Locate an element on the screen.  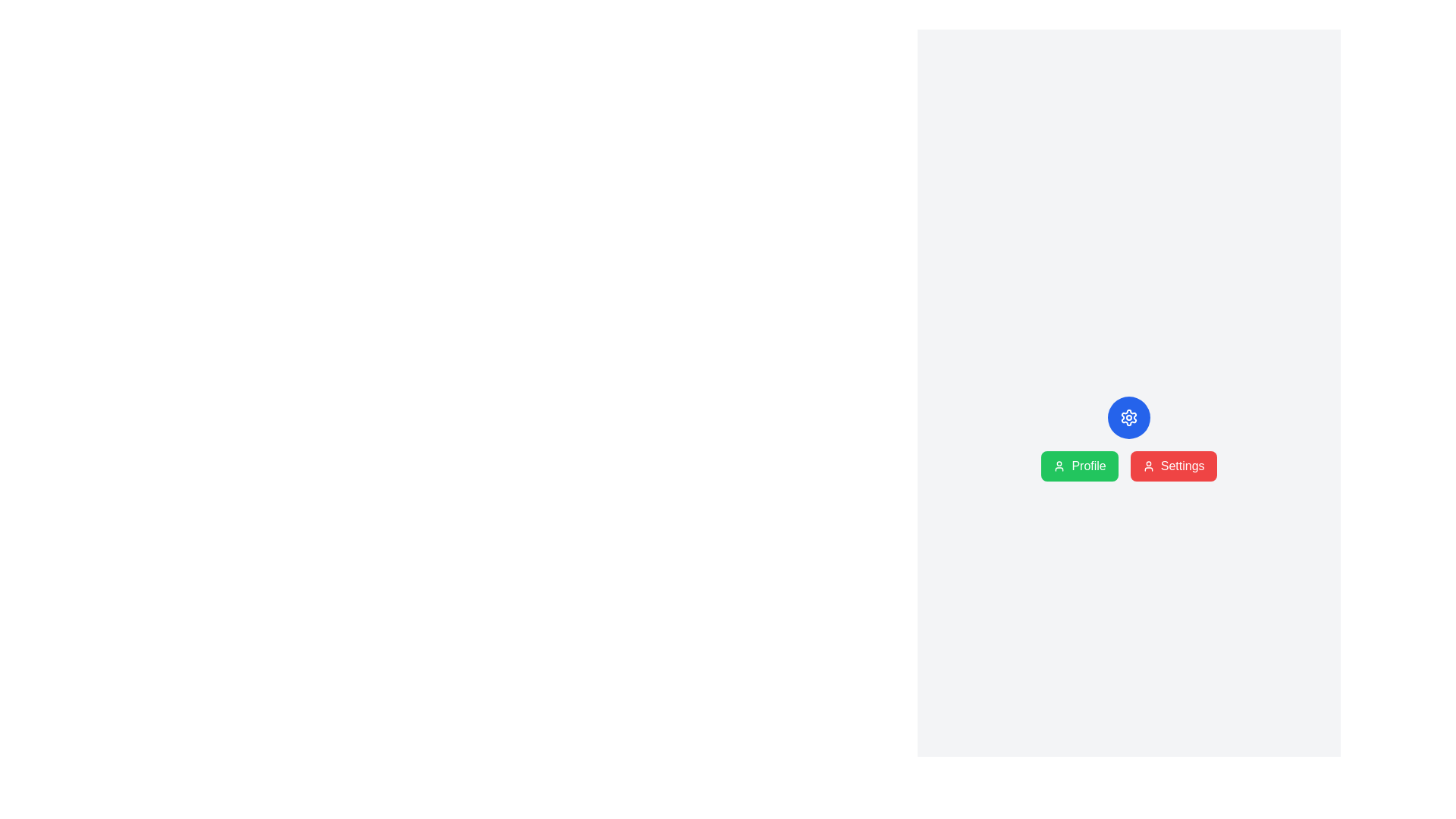
the 'Settings' button, which is the second button in a horizontal set is located at coordinates (1172, 465).